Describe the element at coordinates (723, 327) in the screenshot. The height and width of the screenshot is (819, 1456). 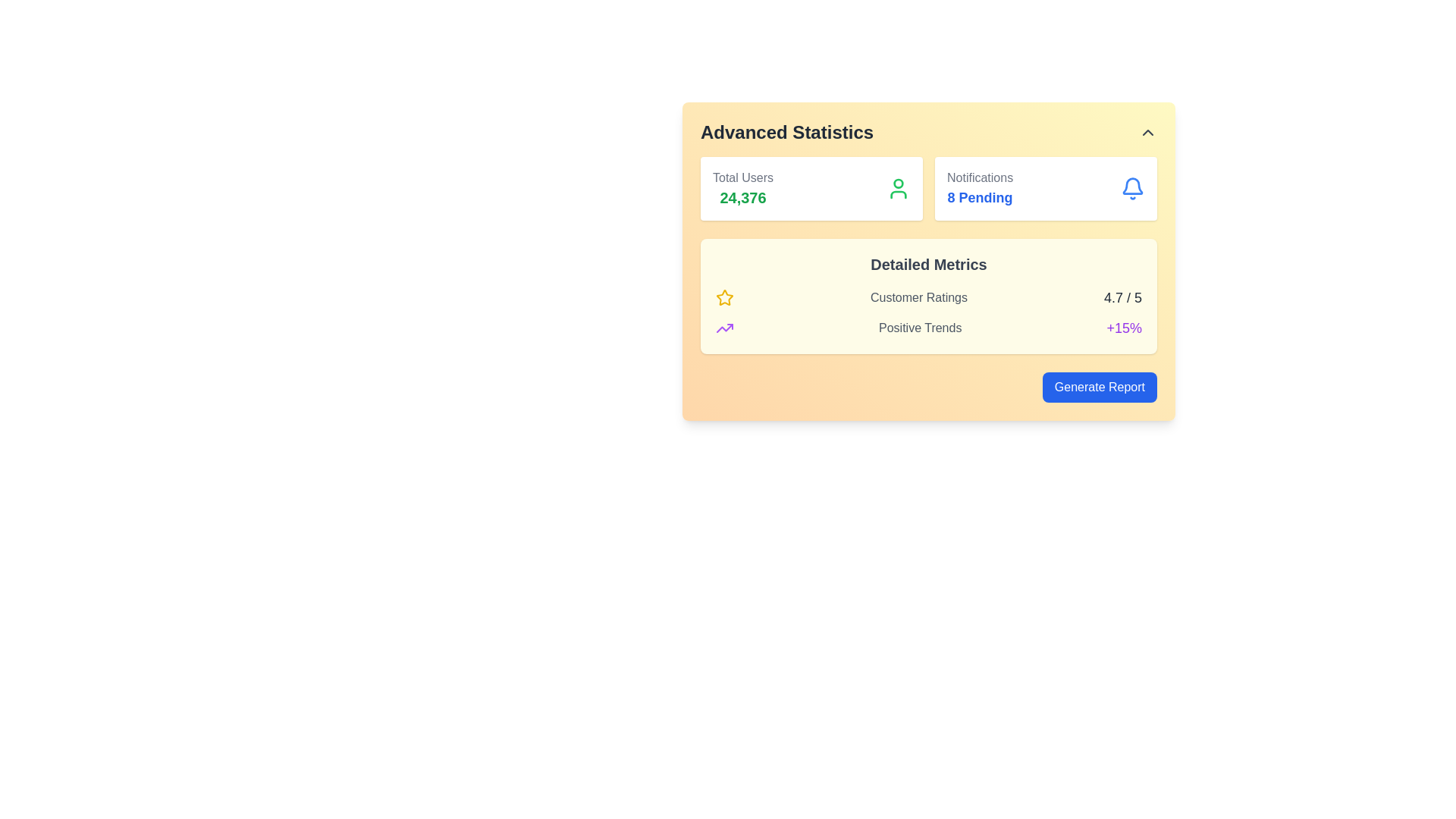
I see `the purple upward trend graph icon located to the left of the 'Positive Trends' text in the 'Detailed Metrics' section of the dashboard` at that location.